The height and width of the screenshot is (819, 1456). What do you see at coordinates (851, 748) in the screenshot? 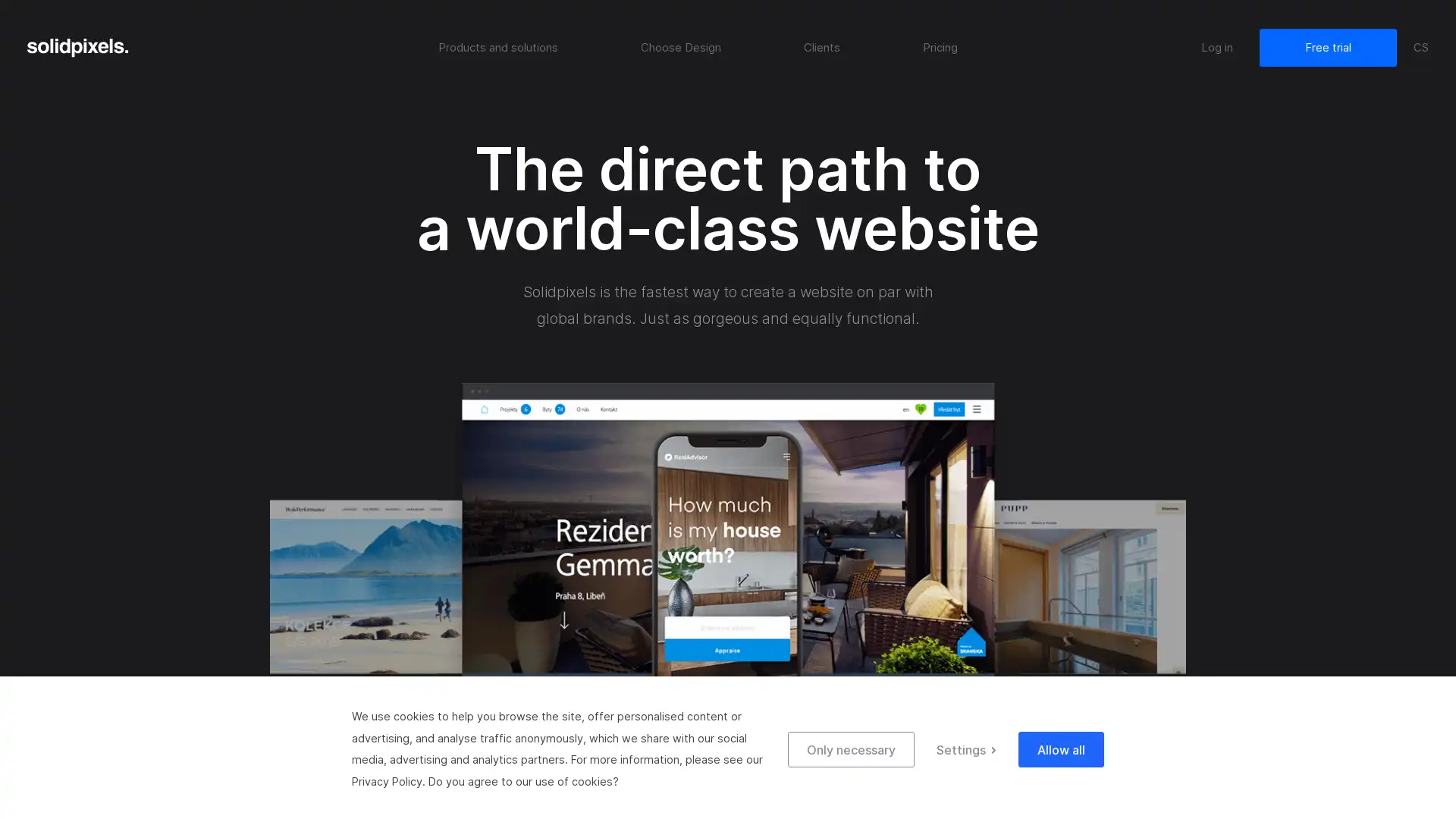
I see `Only necessary` at bounding box center [851, 748].